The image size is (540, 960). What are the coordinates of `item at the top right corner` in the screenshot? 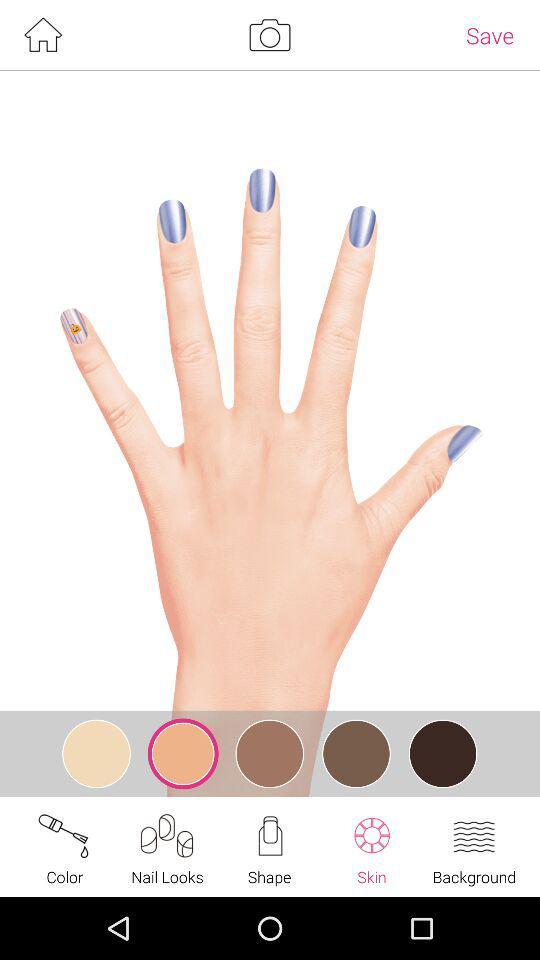 It's located at (489, 34).